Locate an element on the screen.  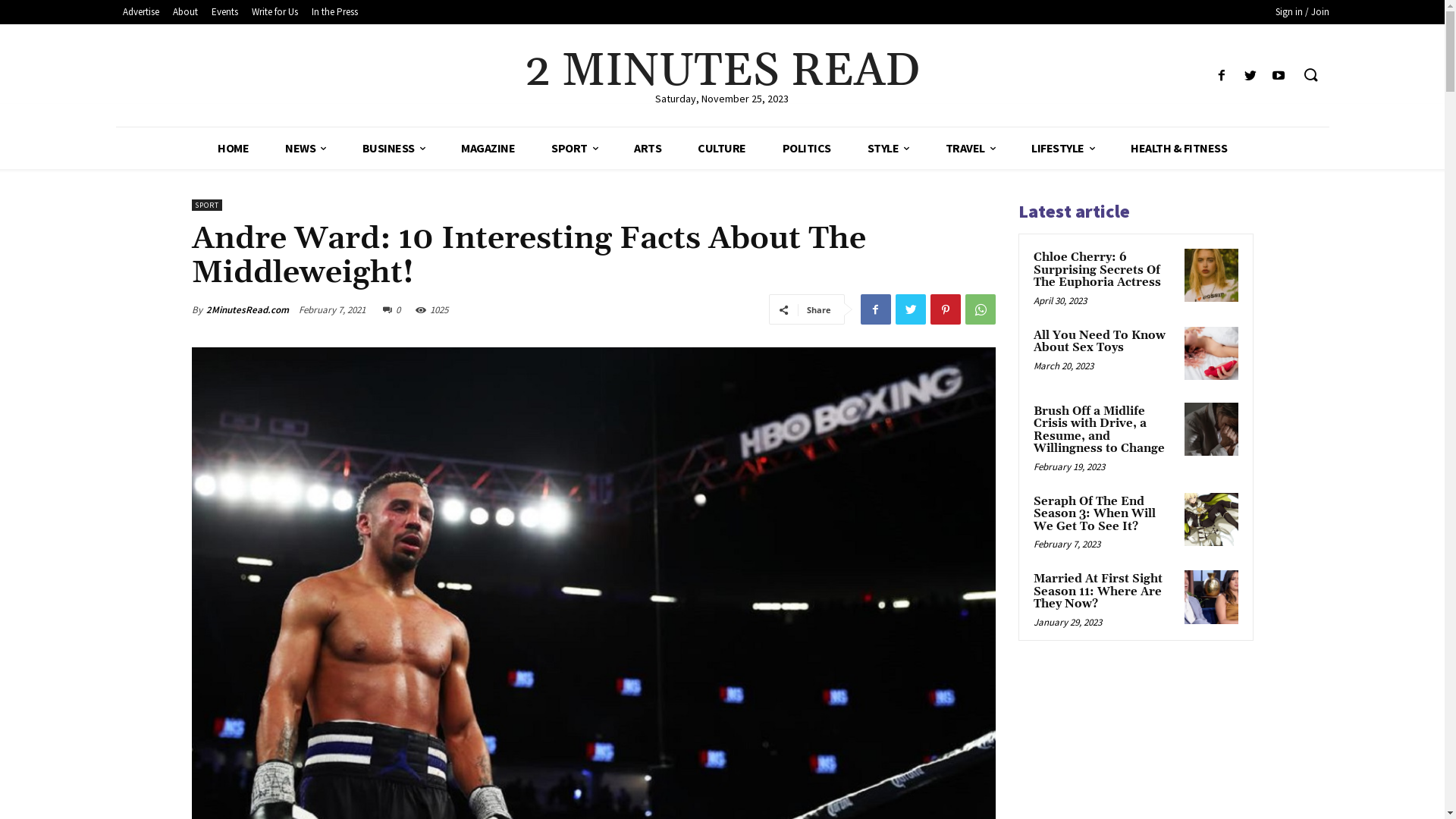
'All You Need To Know About Sex Toys' is located at coordinates (1210, 353).